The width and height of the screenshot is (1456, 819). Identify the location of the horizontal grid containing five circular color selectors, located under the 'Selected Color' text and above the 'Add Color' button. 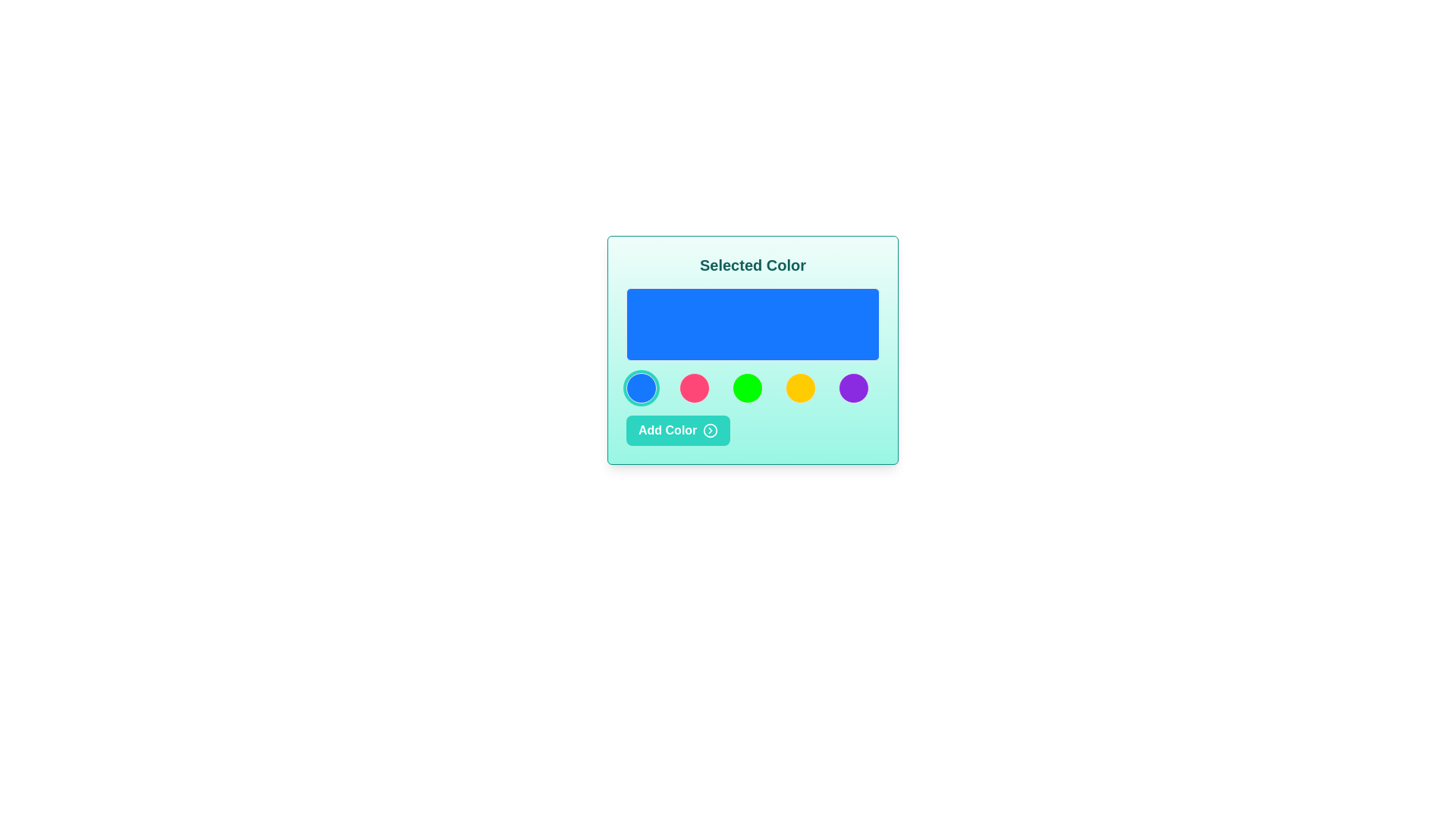
(753, 388).